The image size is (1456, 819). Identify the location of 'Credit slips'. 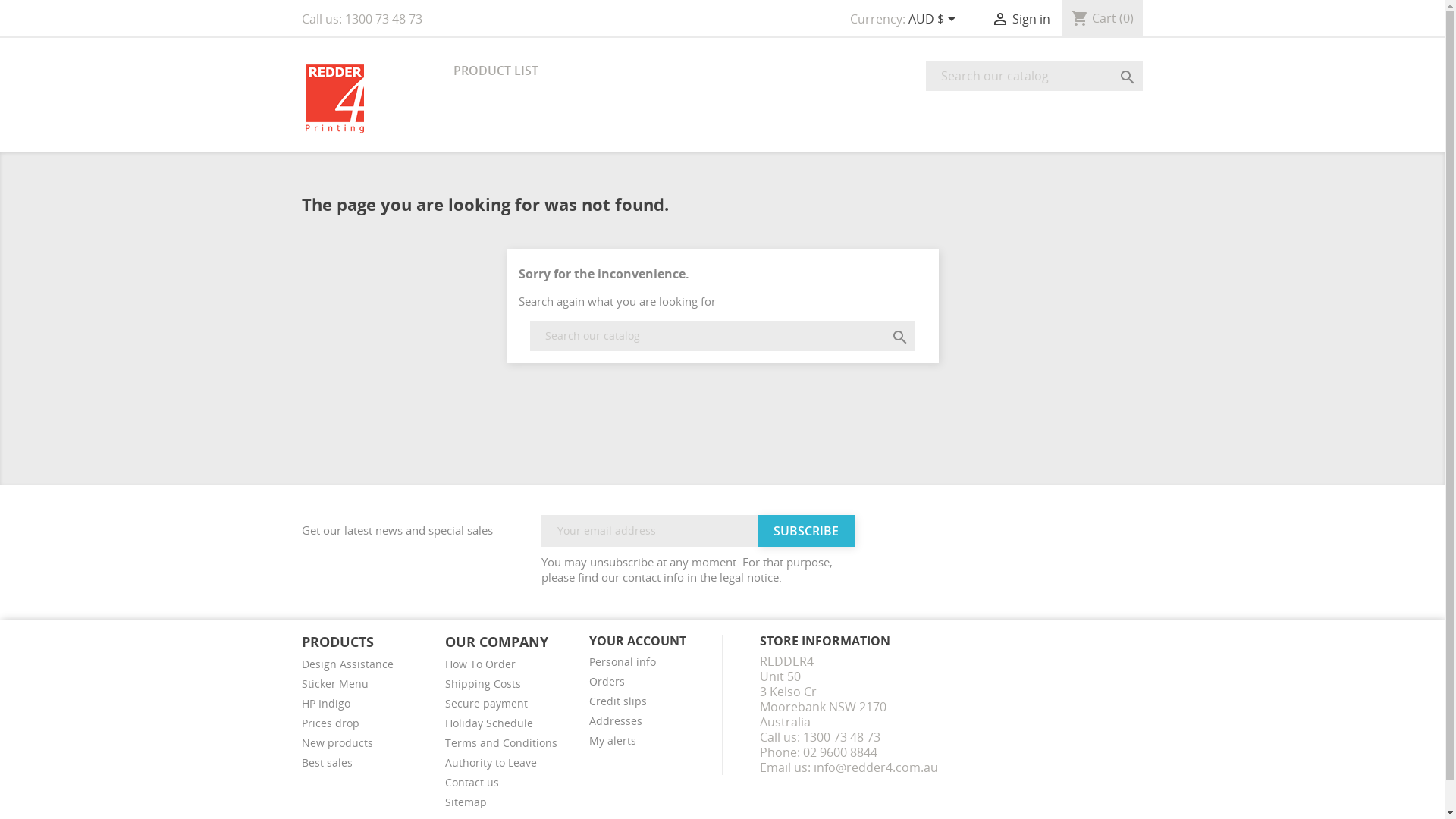
(618, 701).